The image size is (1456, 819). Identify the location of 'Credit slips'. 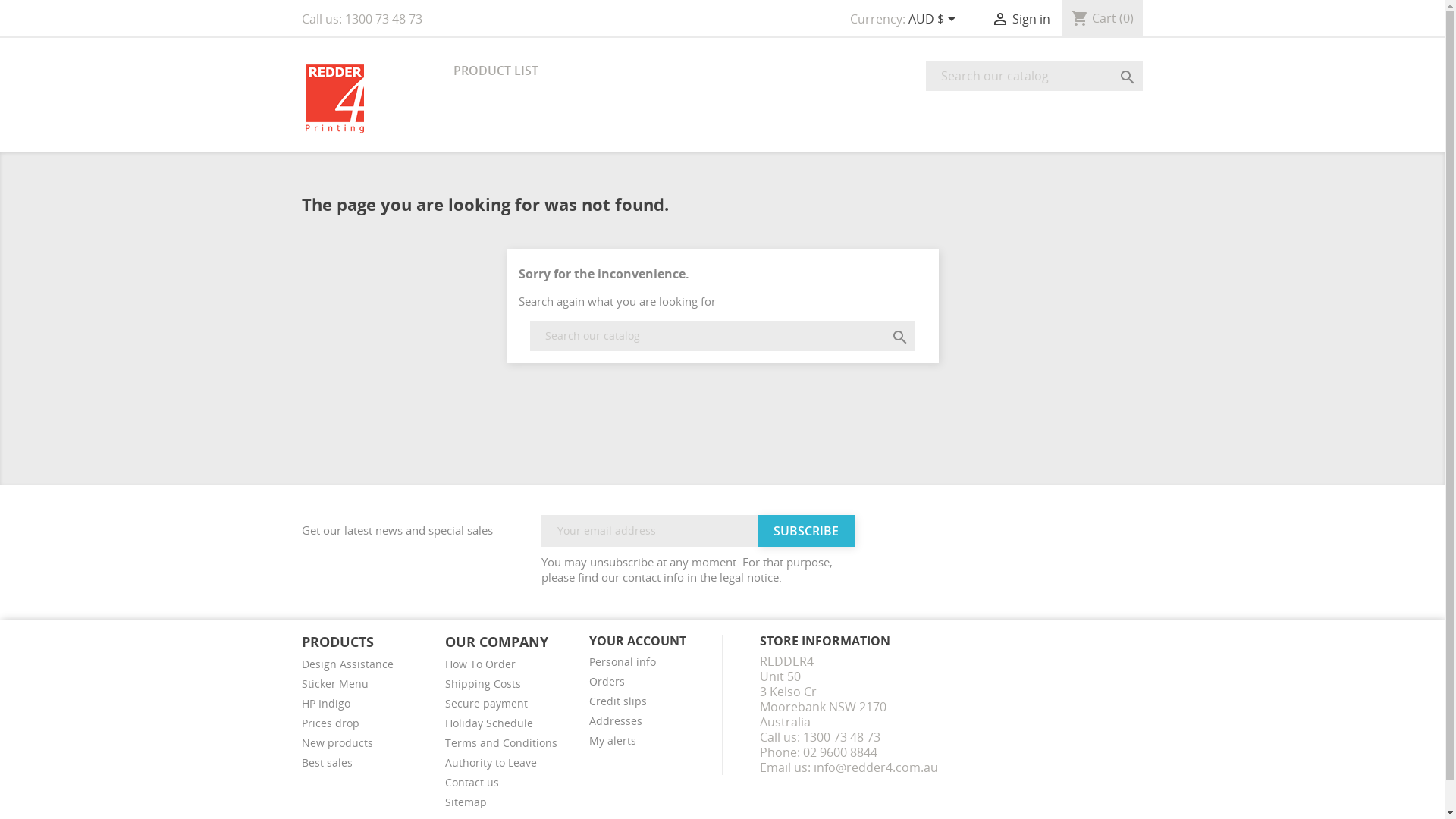
(618, 701).